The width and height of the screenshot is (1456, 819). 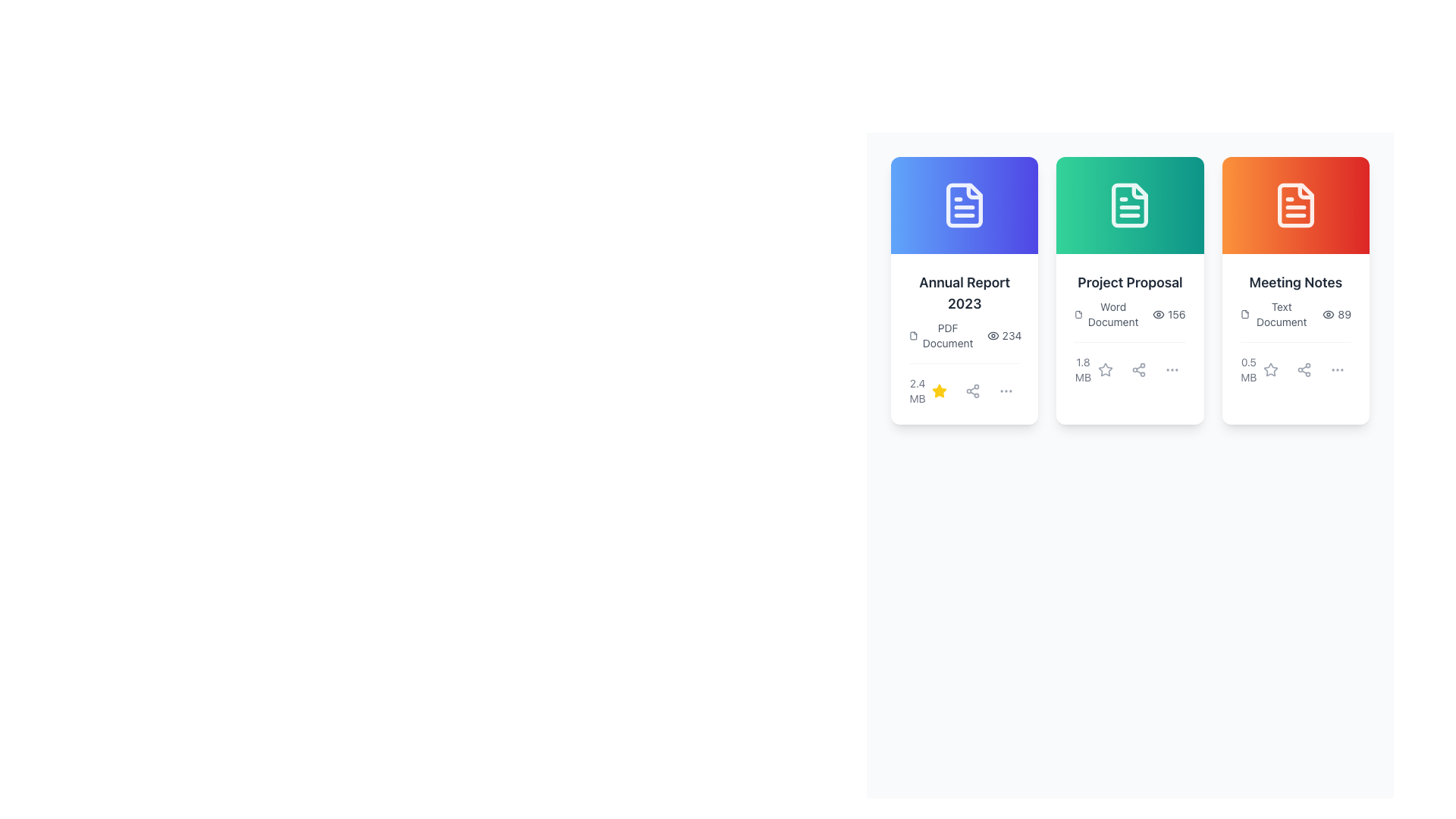 I want to click on the favorite icon button located near the bottom center of the 'Annual Report 2023' card, which is the first icon in the group to the left of the share icon and to the right of the file size label ('2.4 MB'), so click(x=939, y=391).